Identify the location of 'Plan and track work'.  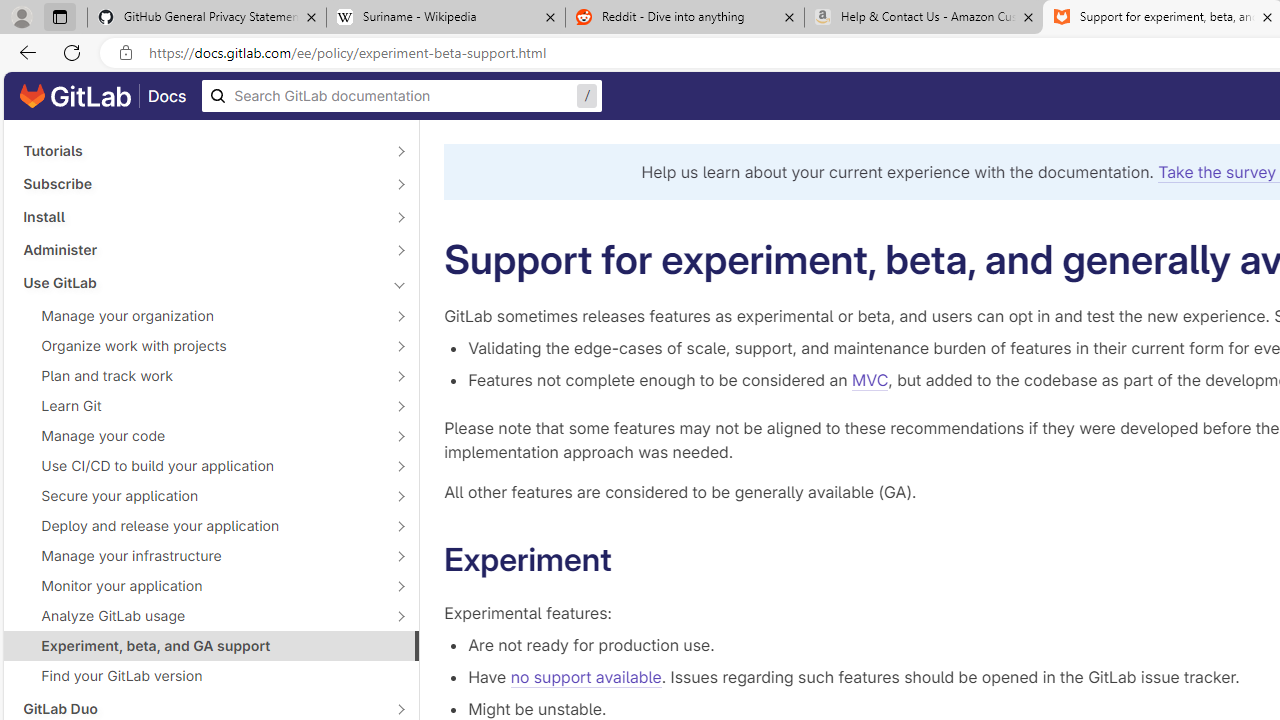
(200, 375).